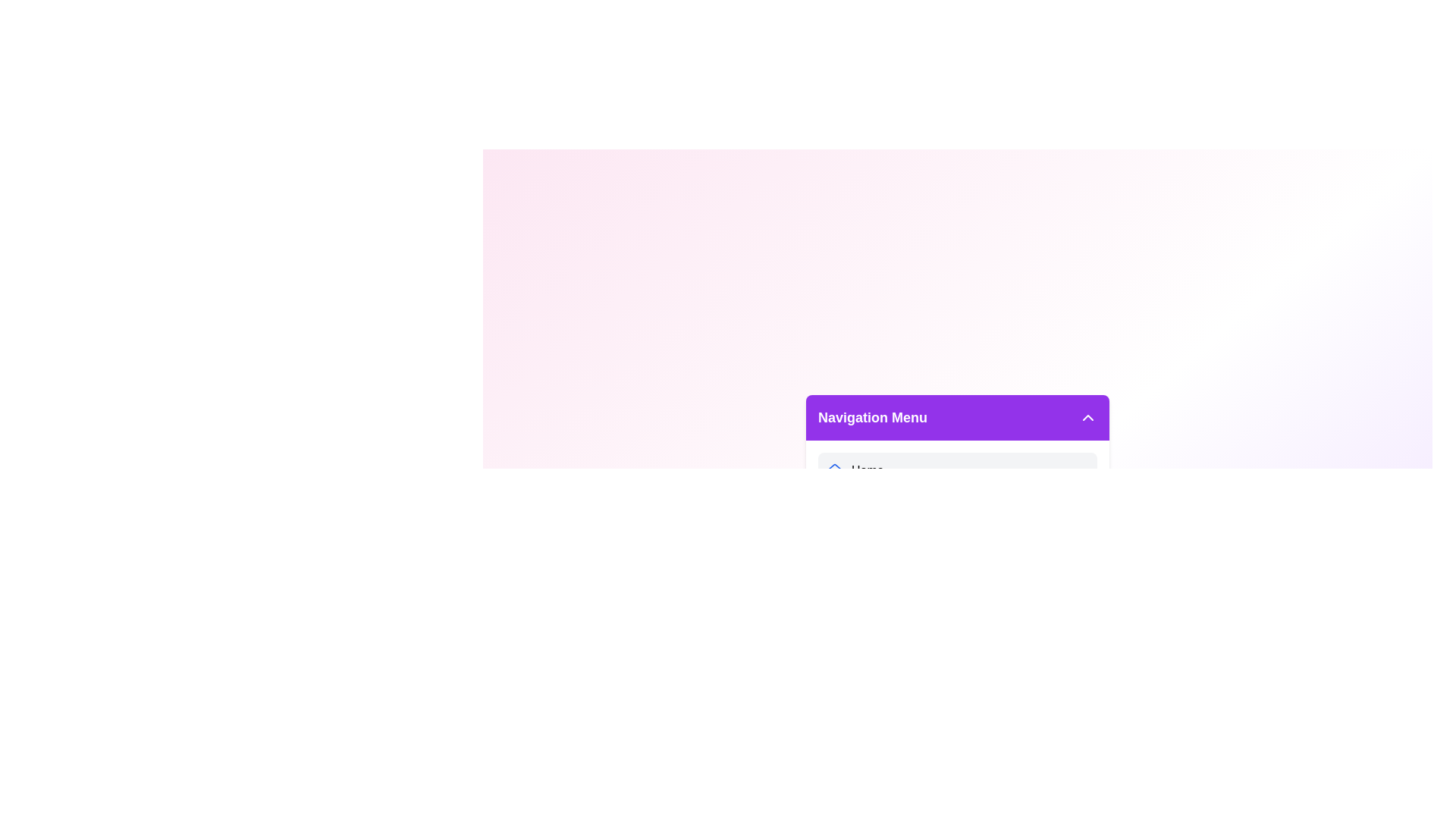 Image resolution: width=1456 pixels, height=819 pixels. What do you see at coordinates (833, 469) in the screenshot?
I see `the 'Home' icon located in the navigation menu` at bounding box center [833, 469].